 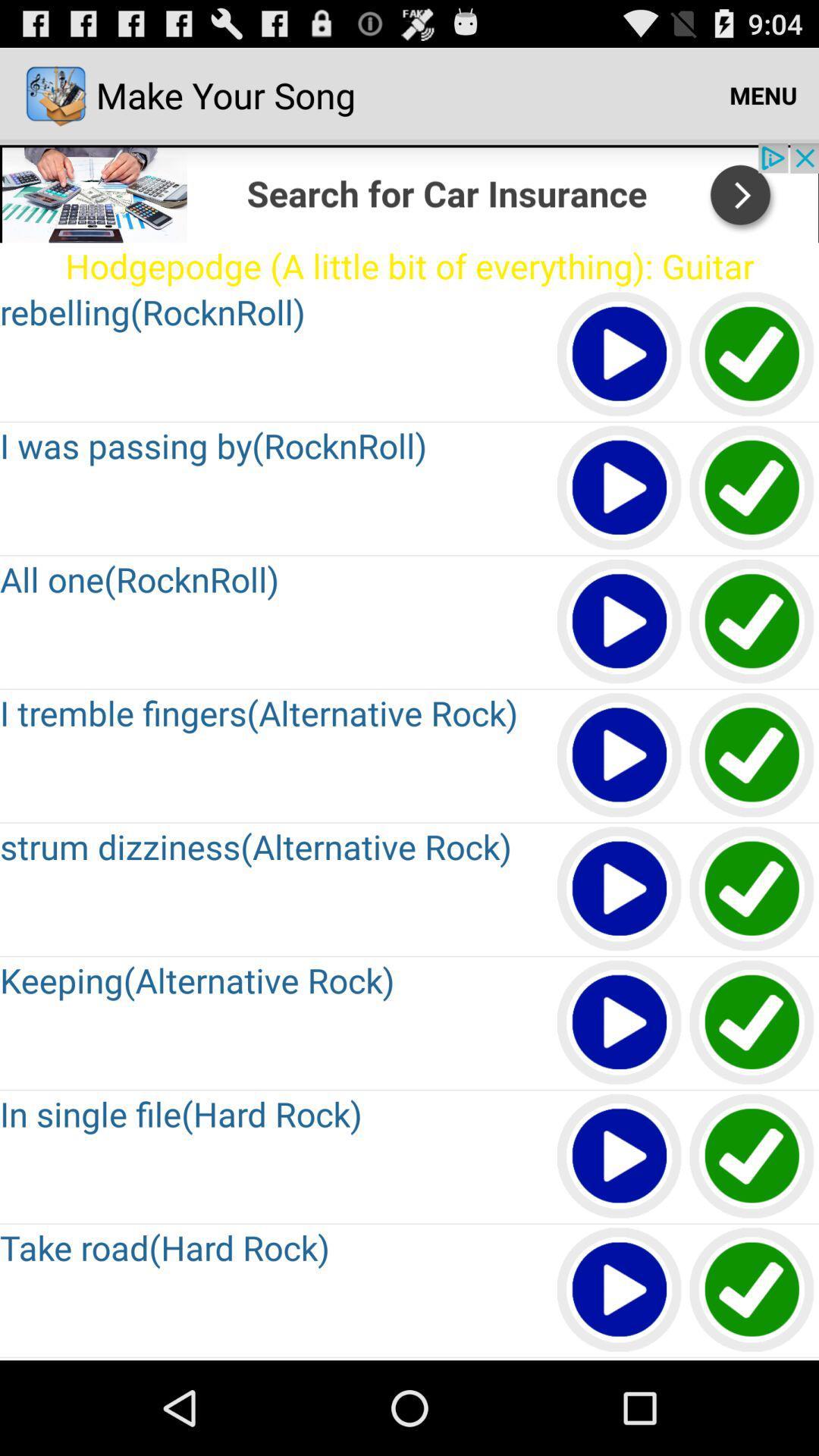 I want to click on play, so click(x=620, y=756).